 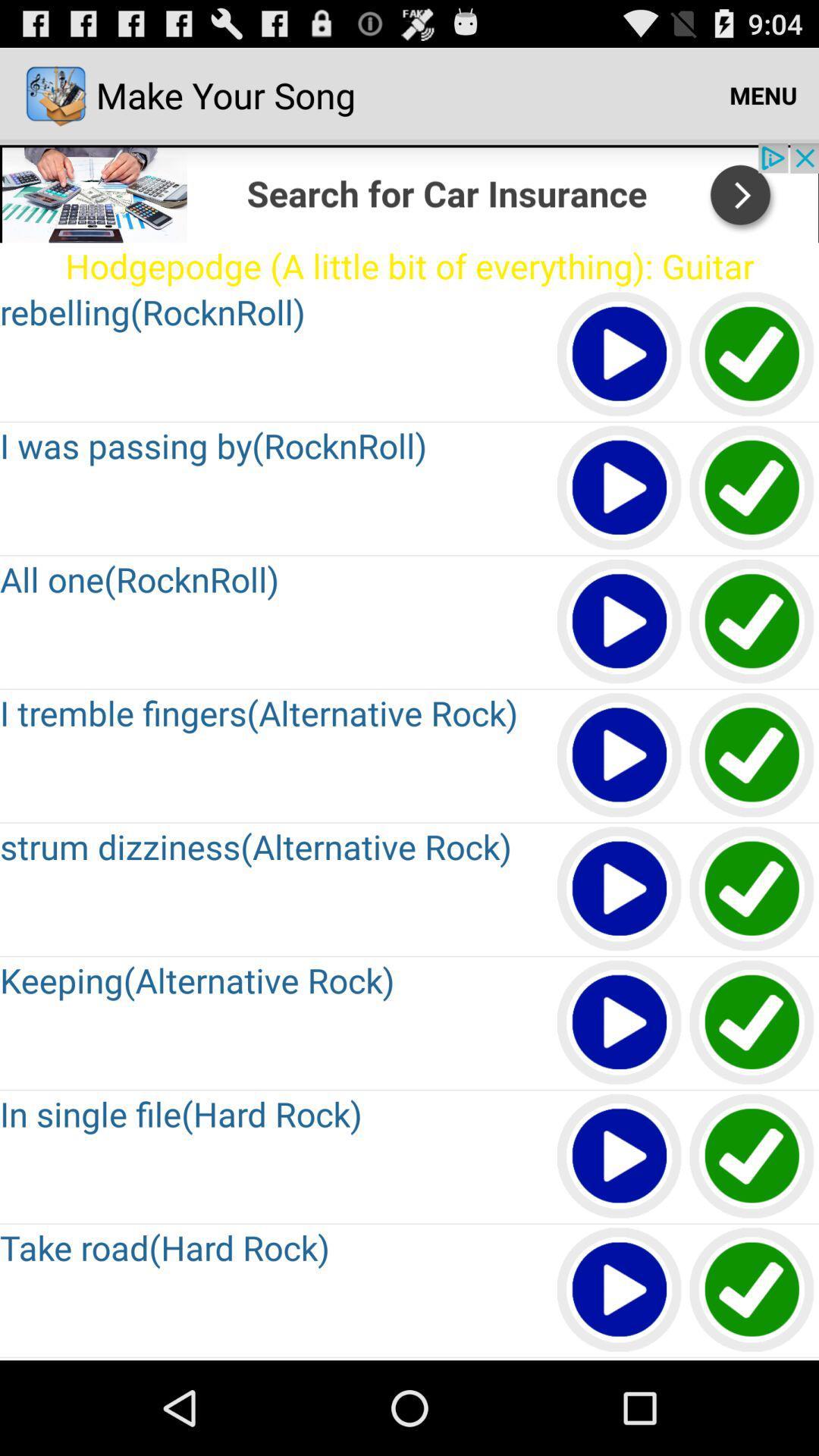 I want to click on play, so click(x=620, y=756).